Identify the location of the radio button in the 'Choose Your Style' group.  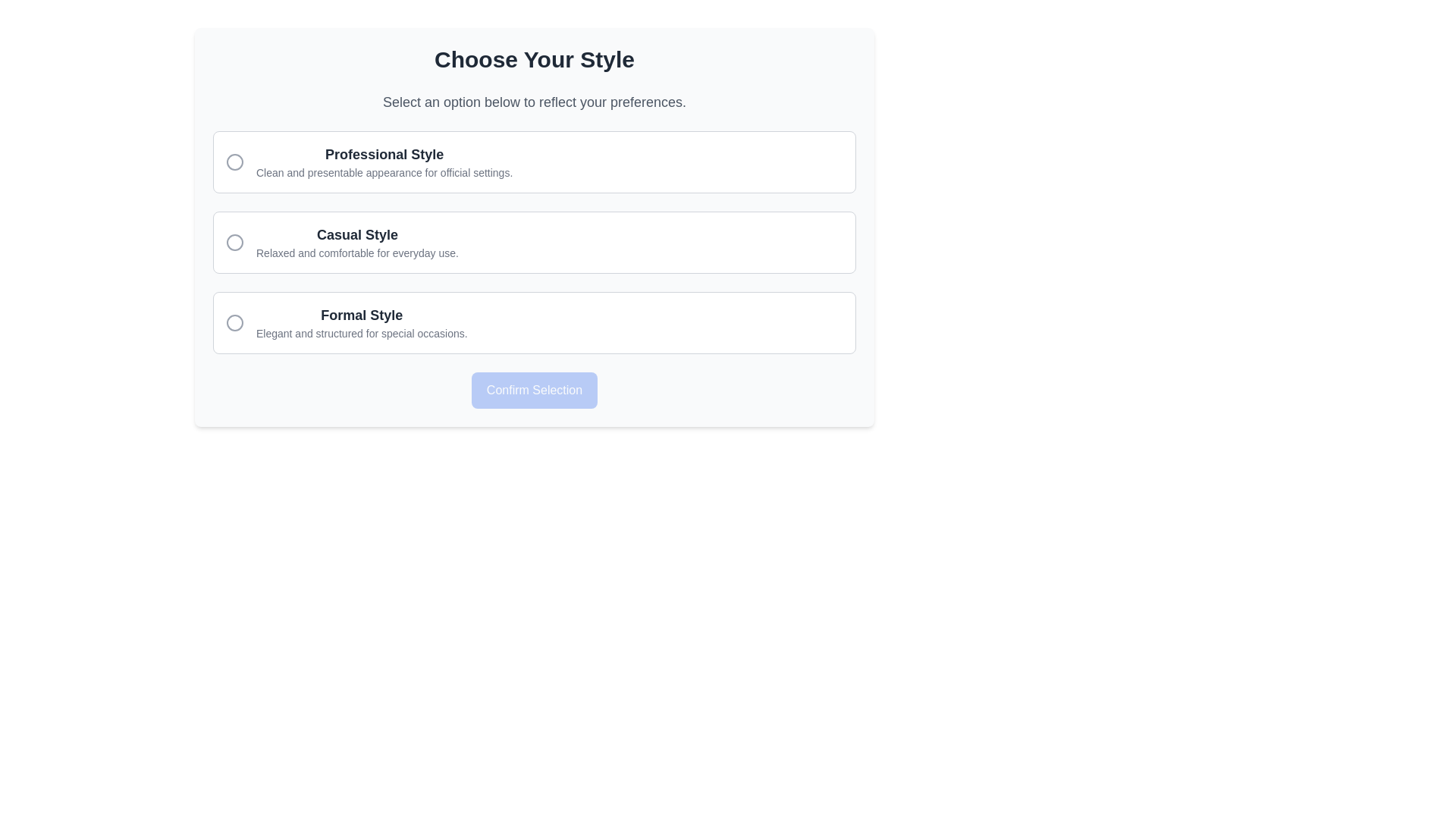
(535, 242).